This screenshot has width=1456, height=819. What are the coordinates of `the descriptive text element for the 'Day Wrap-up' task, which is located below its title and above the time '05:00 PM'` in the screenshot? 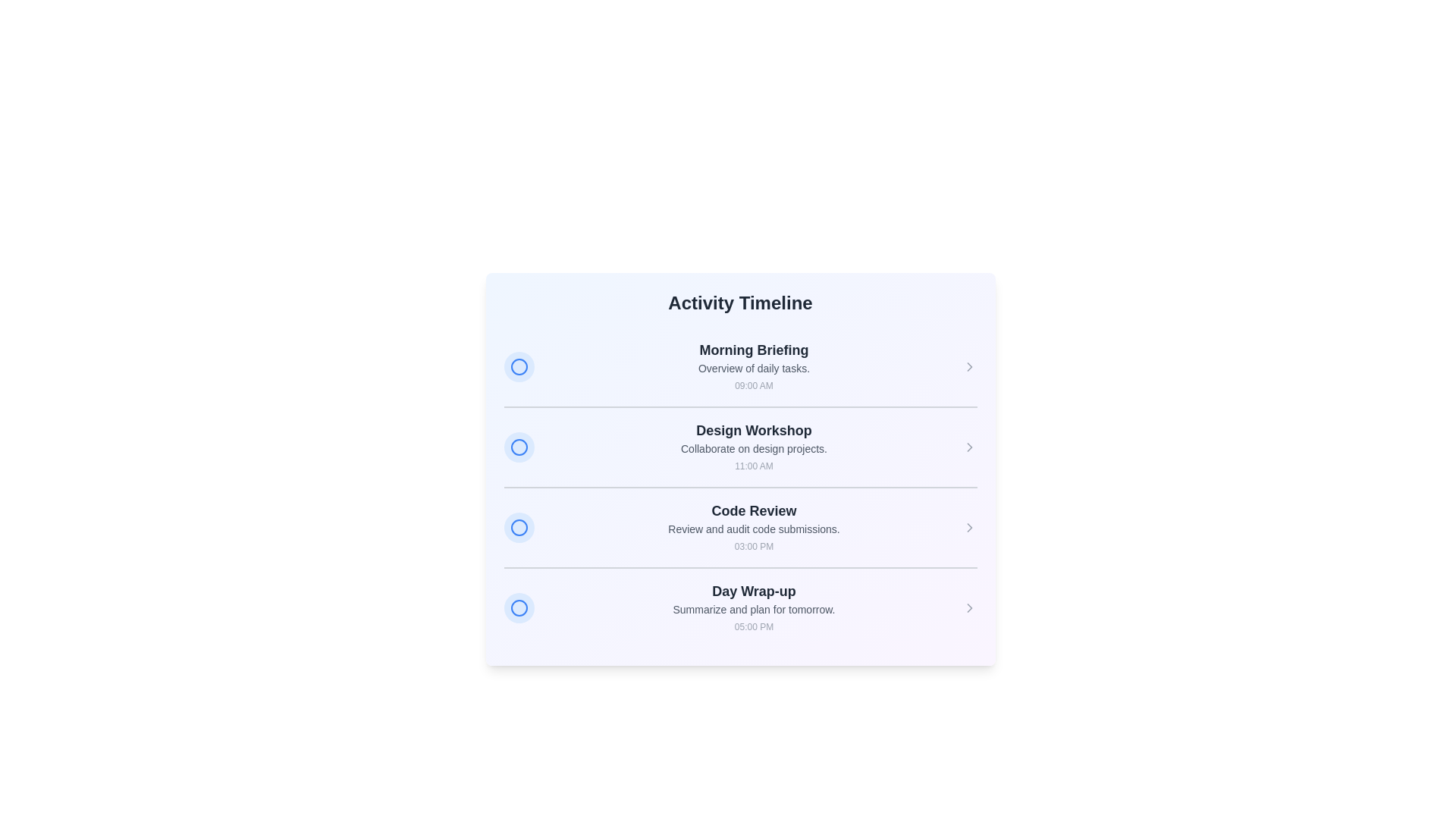 It's located at (754, 608).